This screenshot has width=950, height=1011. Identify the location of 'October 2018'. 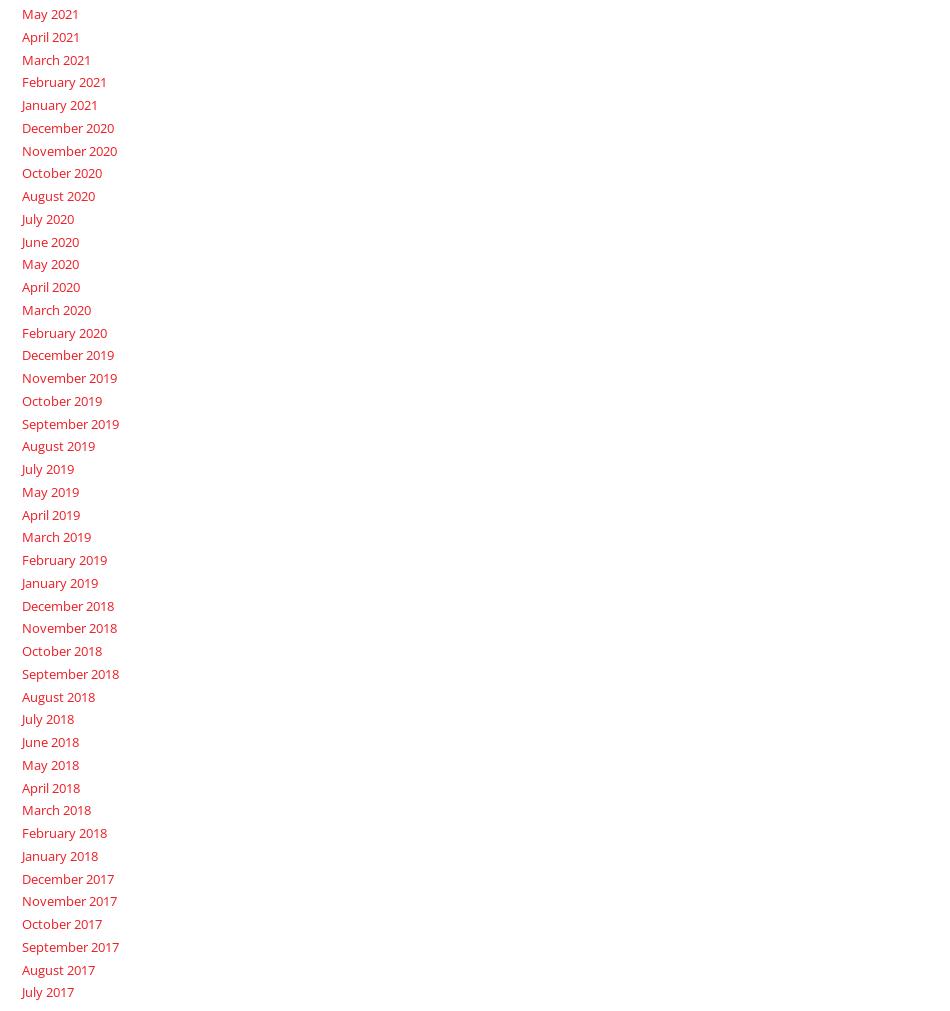
(20, 650).